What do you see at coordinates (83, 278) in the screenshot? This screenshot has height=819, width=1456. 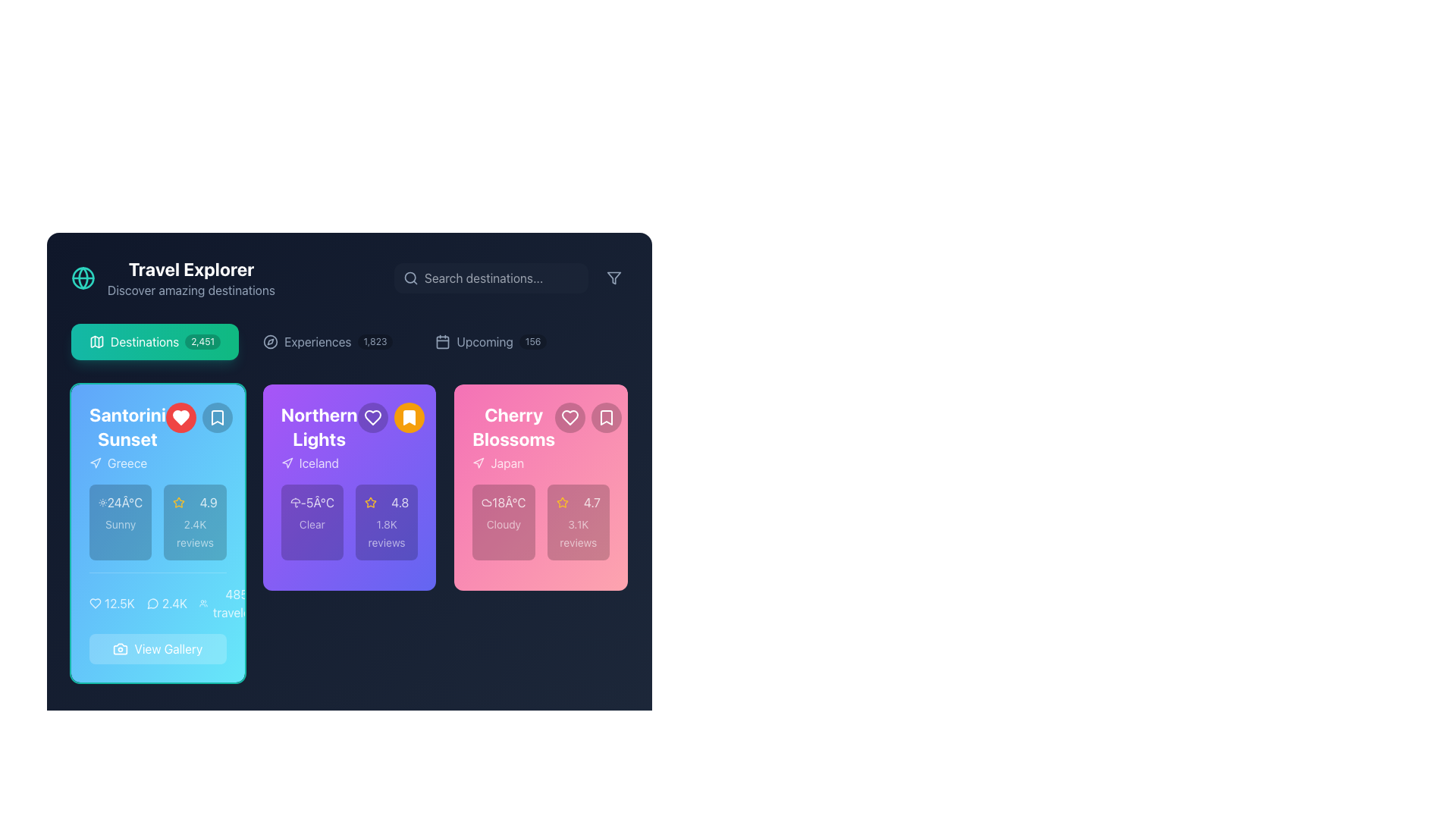 I see `the decorative circle SVG graphic element located at the center of the globe icon, which is positioned to the left of the 'Travel Explorer' title in the application's header` at bounding box center [83, 278].